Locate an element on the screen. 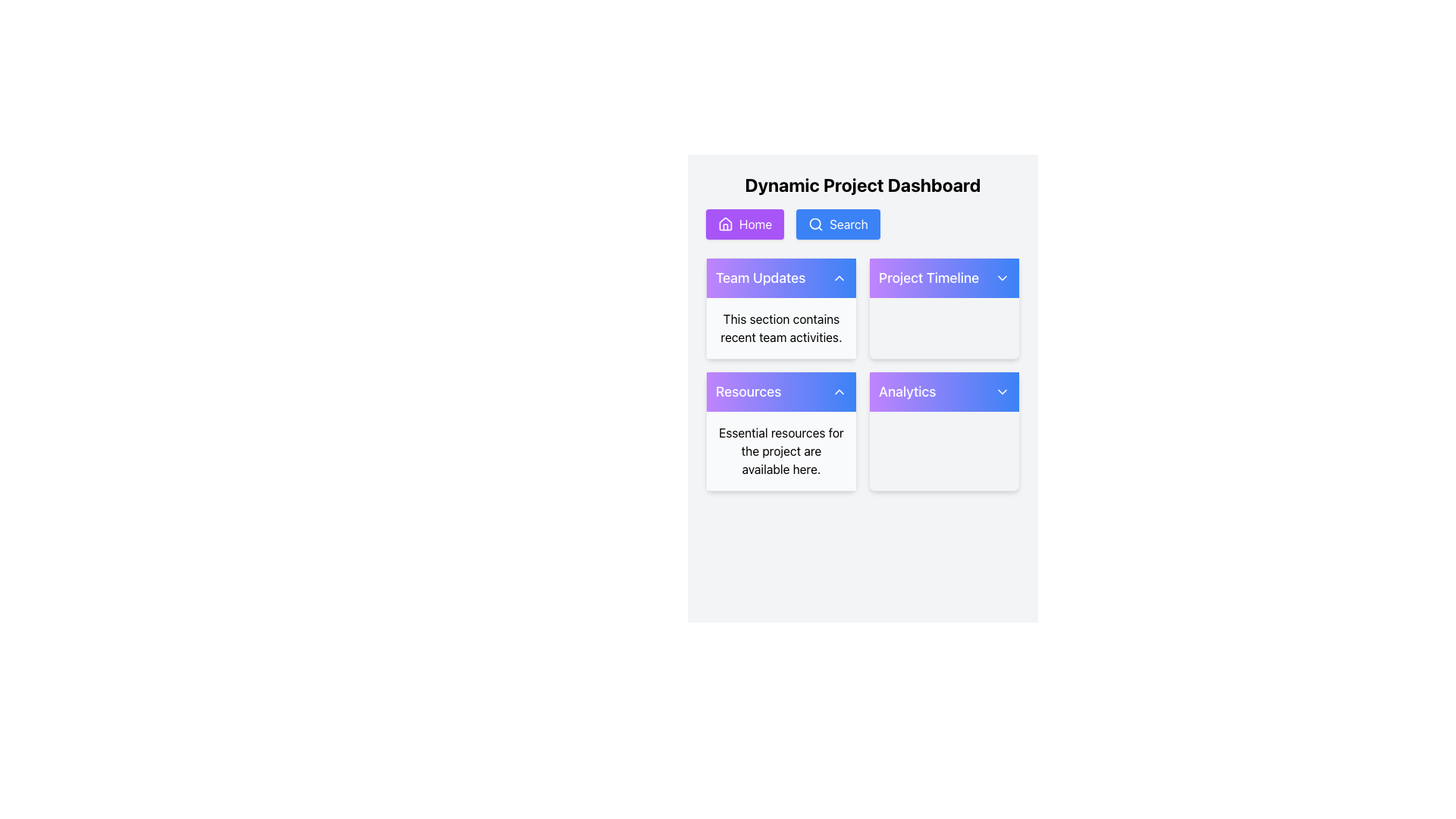 The width and height of the screenshot is (1456, 819). the 'Project Timeline' dashboard card is located at coordinates (943, 308).